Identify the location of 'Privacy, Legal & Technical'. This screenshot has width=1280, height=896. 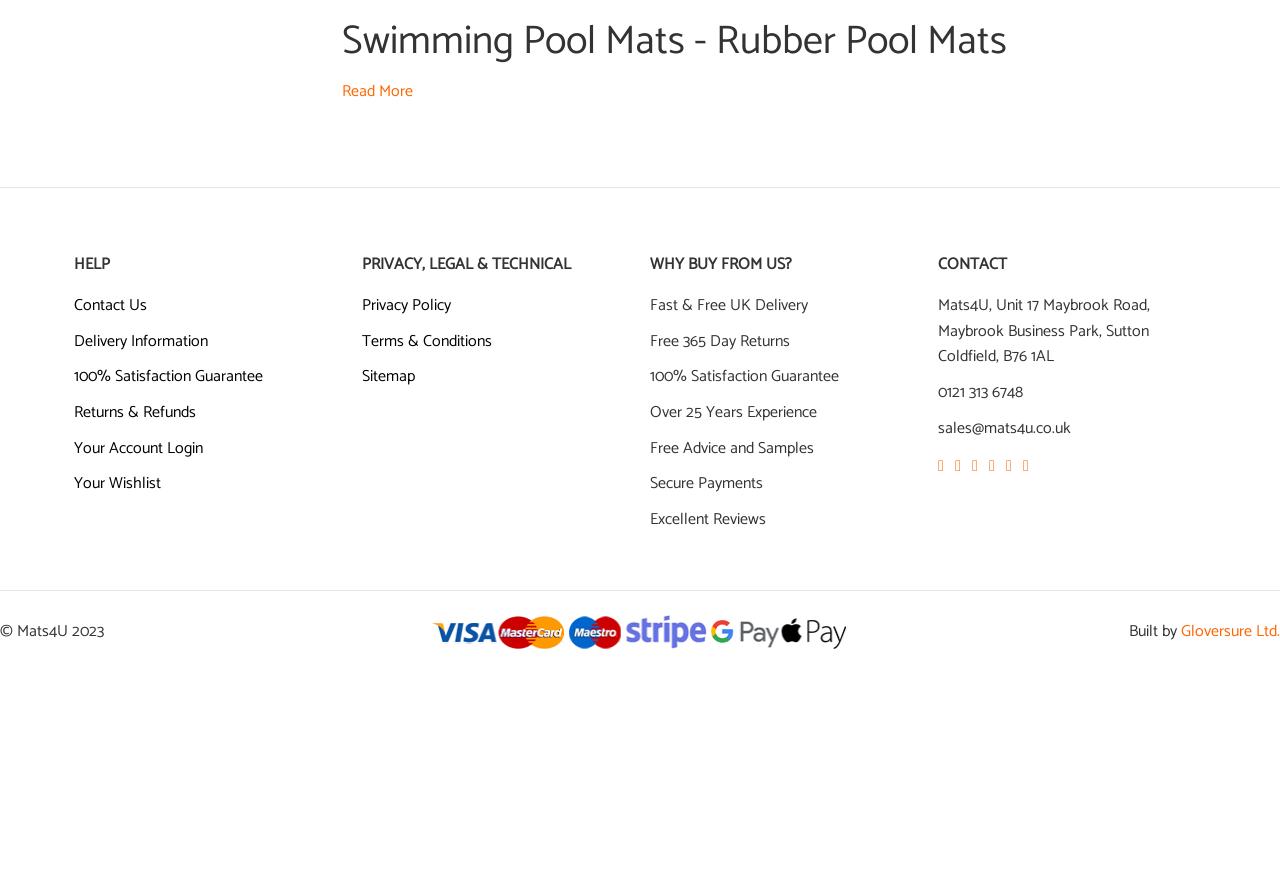
(465, 263).